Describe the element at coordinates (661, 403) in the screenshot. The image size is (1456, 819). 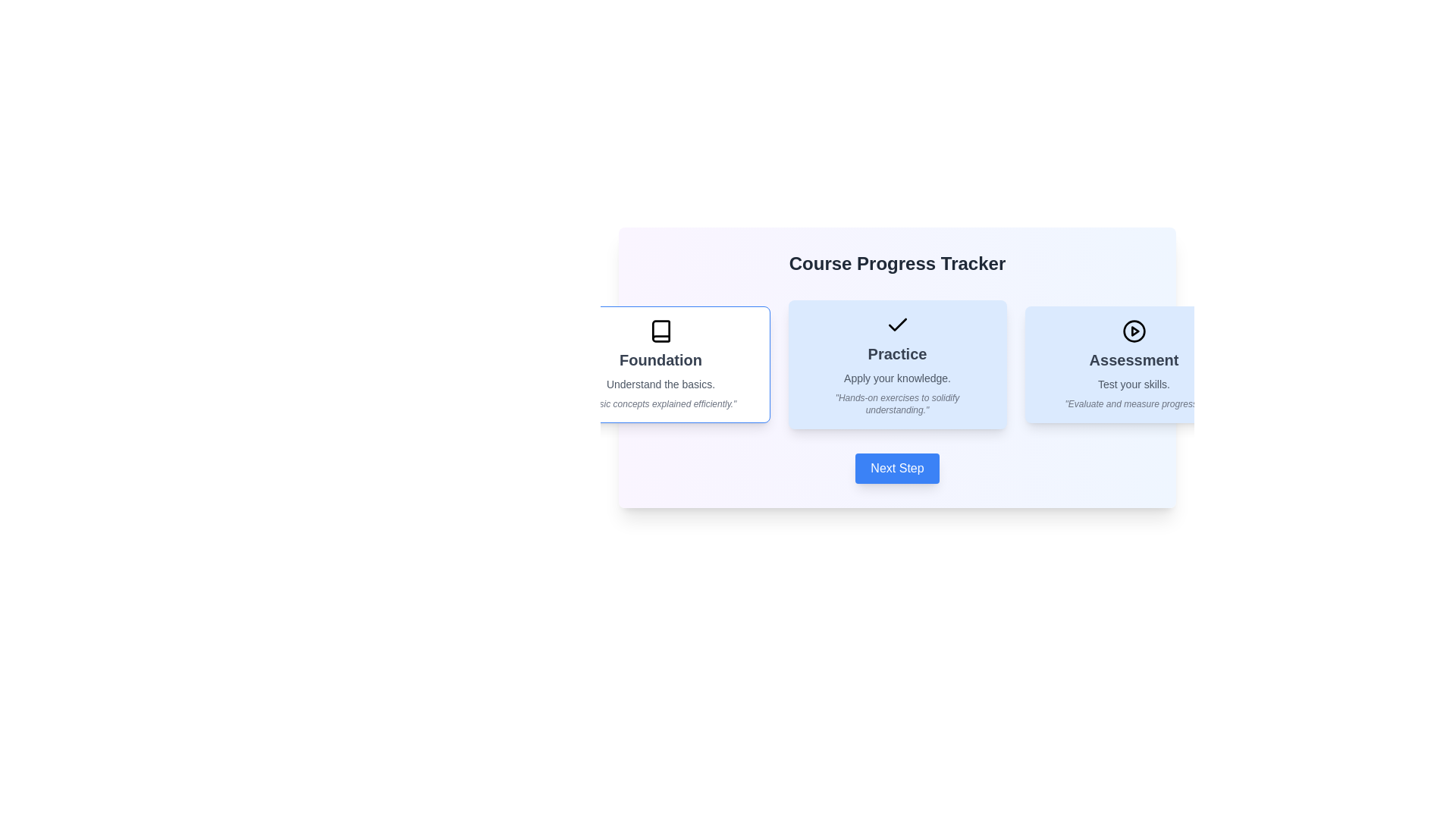
I see `the italicized text label that reads 'Basic concepts explained efficiently.' located within the 'Foundation' card` at that location.